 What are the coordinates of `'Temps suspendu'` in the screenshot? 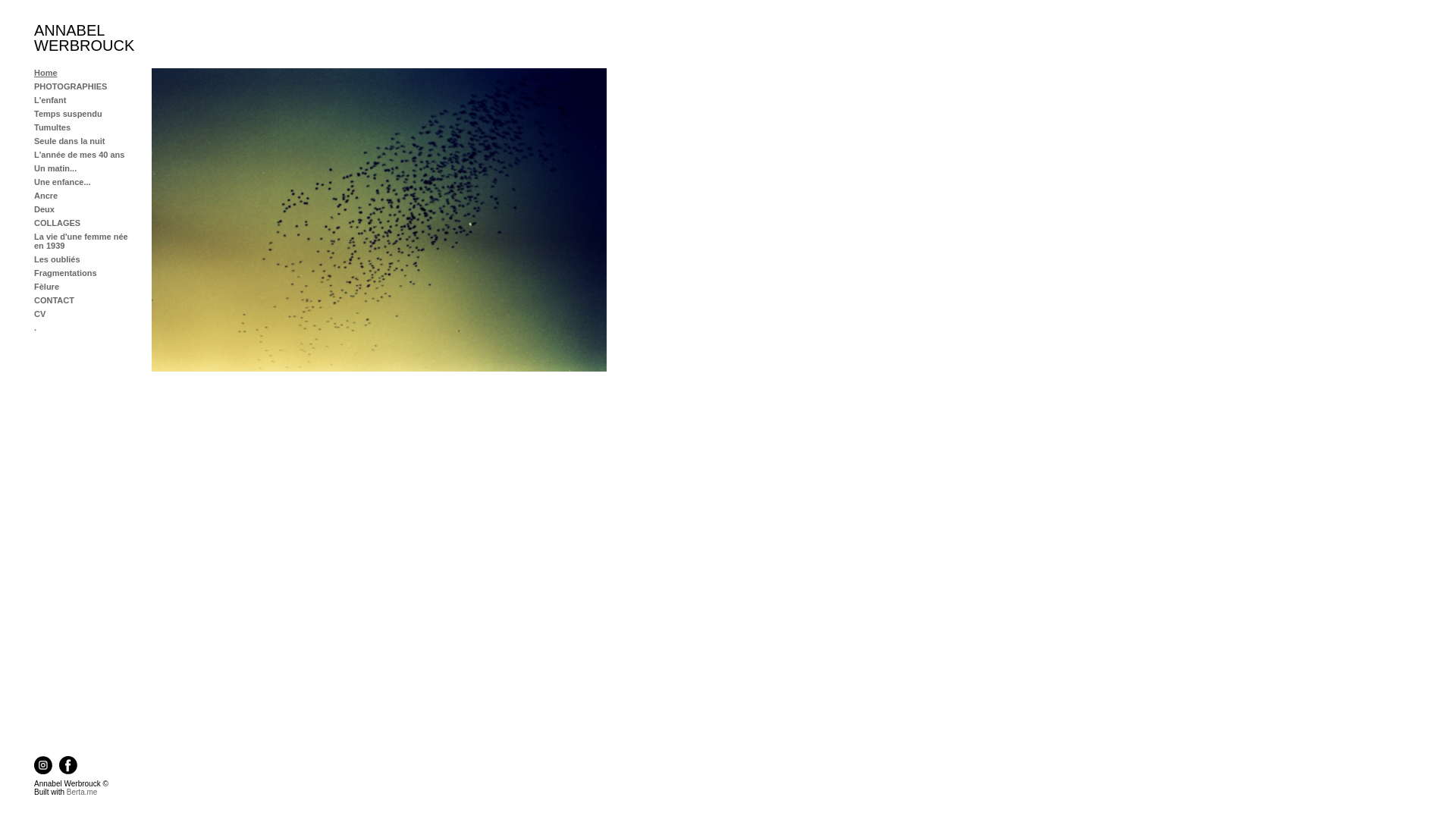 It's located at (67, 113).